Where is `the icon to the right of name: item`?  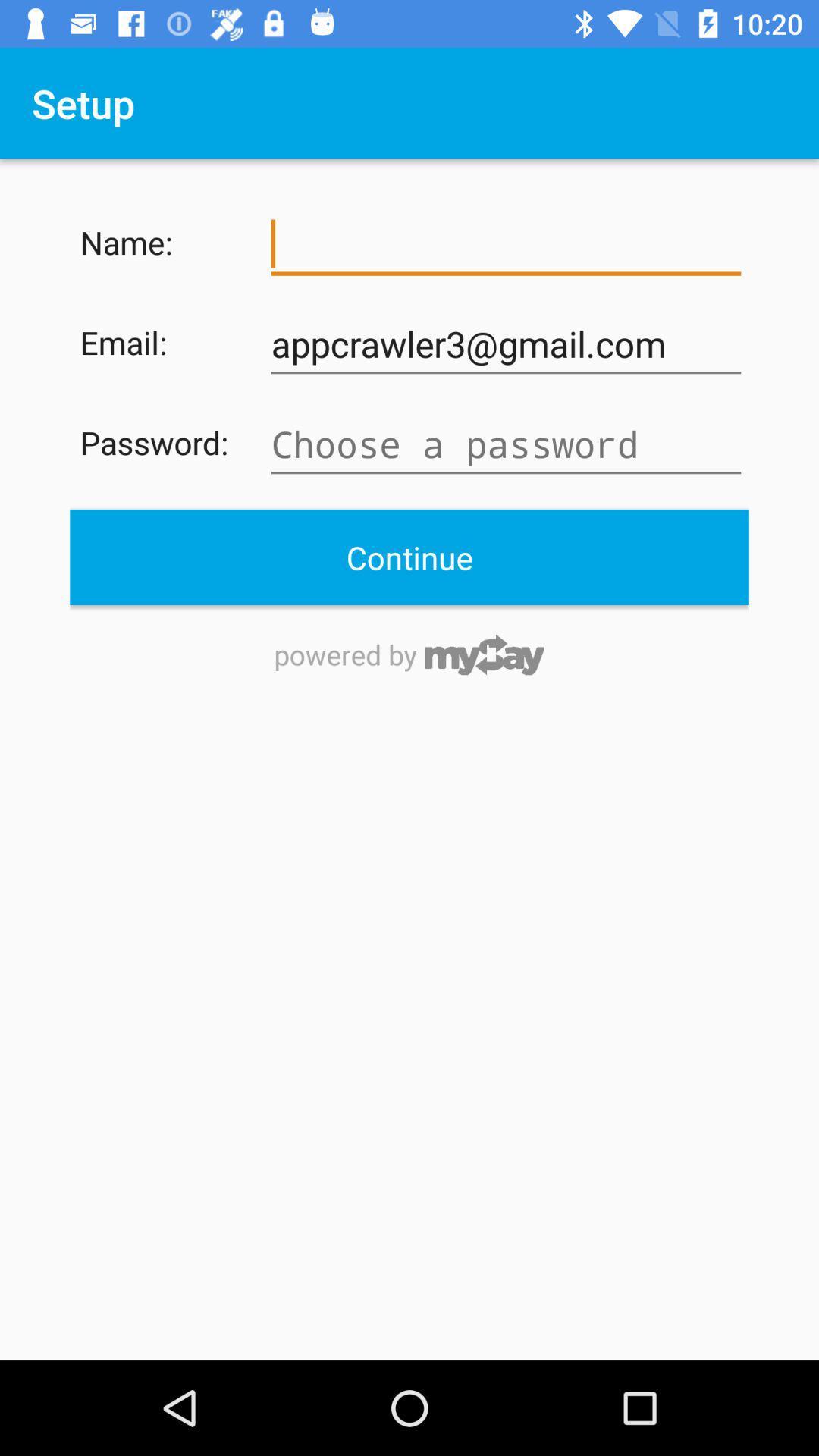
the icon to the right of name: item is located at coordinates (506, 244).